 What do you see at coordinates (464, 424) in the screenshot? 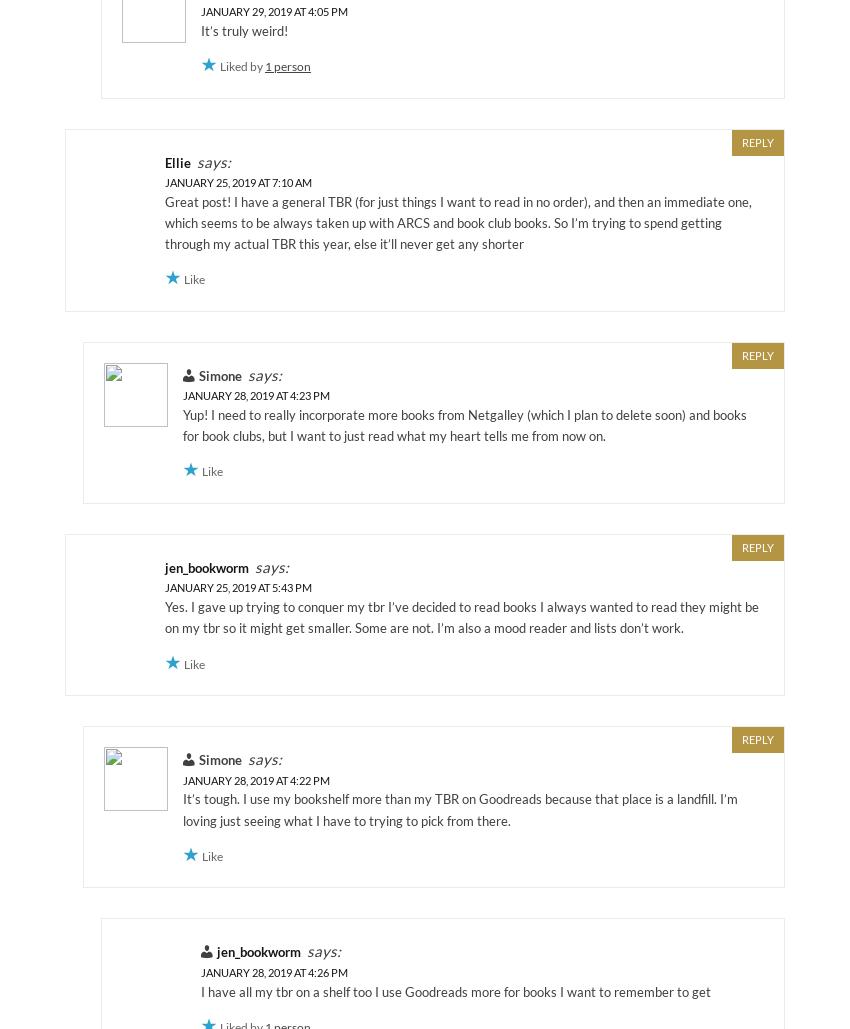
I see `'Yup! I need to really incorporate more books from Netgalley (which I plan to delete soon) and books for book clubs, but I want to just read what my heart tells me from now on.'` at bounding box center [464, 424].